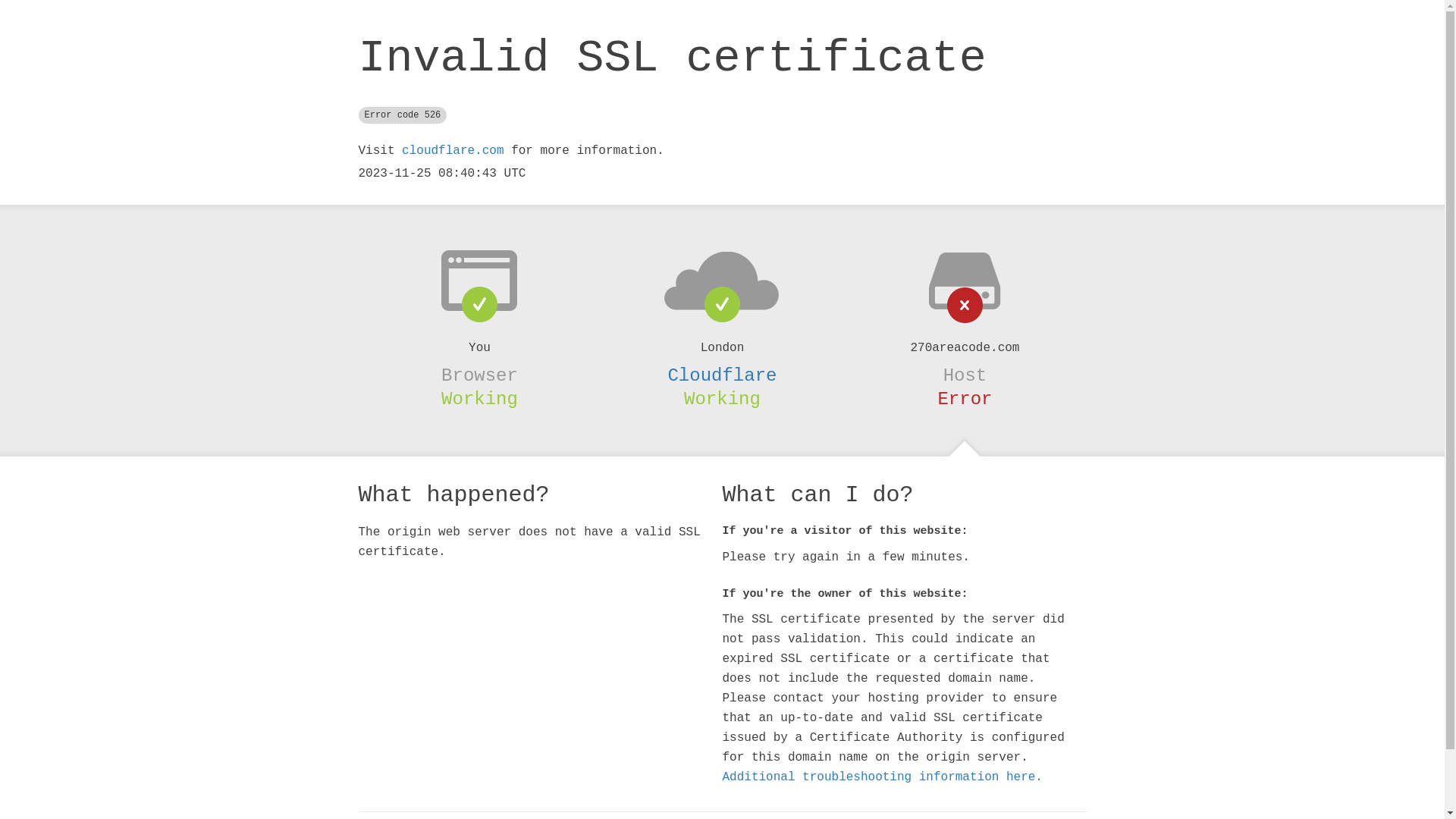  What do you see at coordinates (451, 151) in the screenshot?
I see `'cloudflare.com'` at bounding box center [451, 151].